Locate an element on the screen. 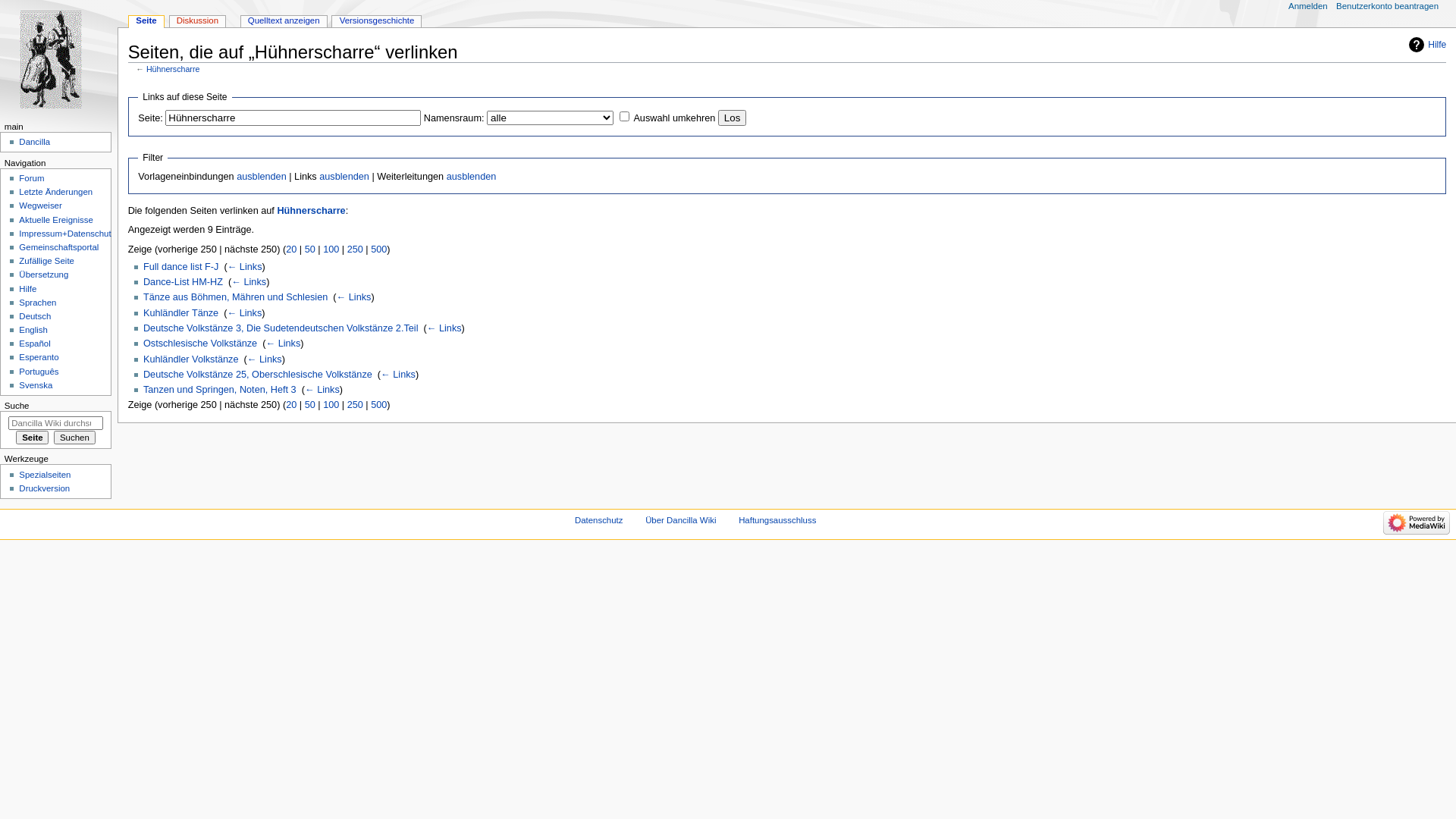  'Forum' is located at coordinates (18, 177).